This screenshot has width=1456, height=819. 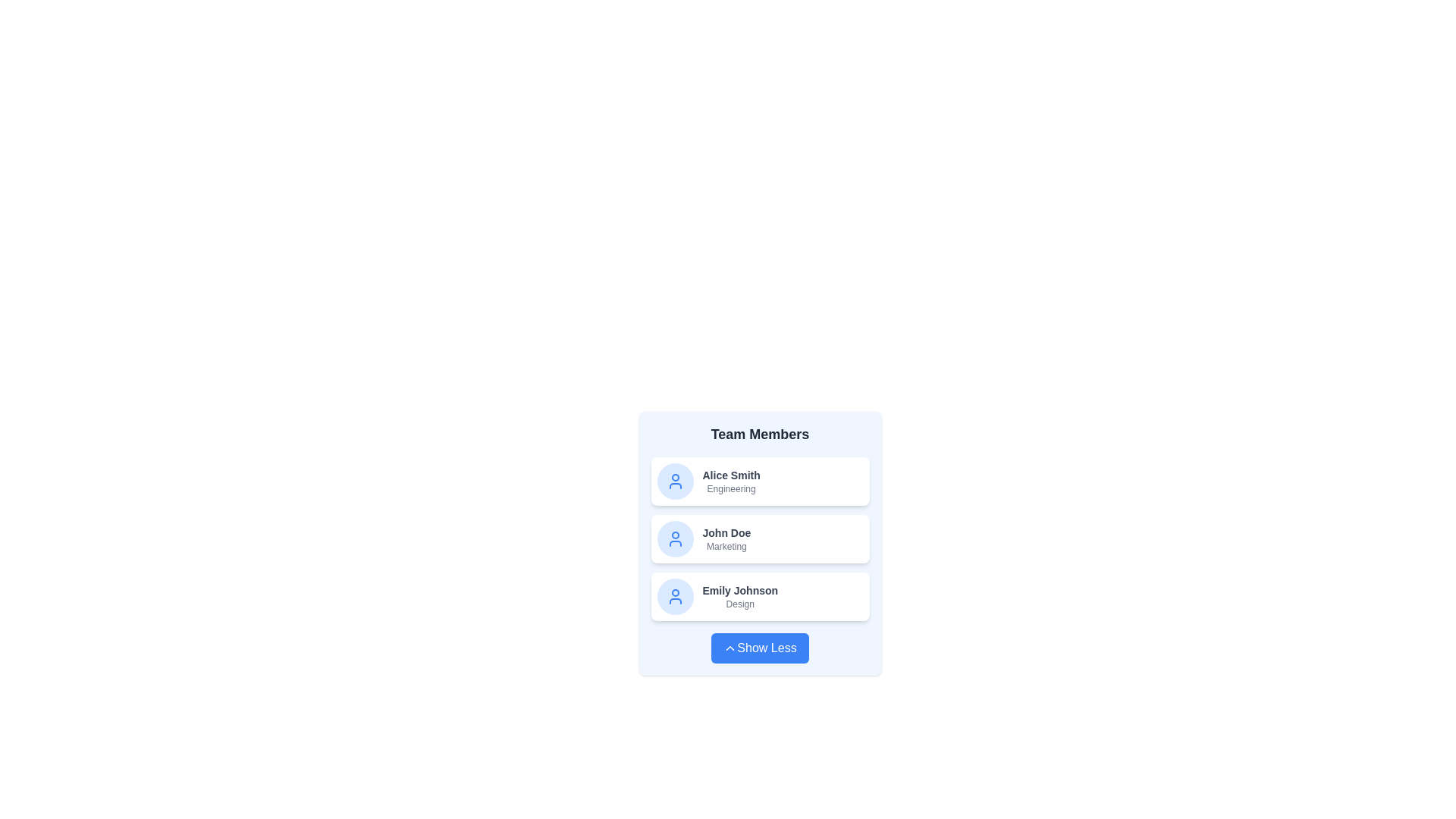 What do you see at coordinates (726, 547) in the screenshot?
I see `the Static Text Label displaying 'Marketing', which is located below the name 'John Doe' in the middle card of the team member list` at bounding box center [726, 547].